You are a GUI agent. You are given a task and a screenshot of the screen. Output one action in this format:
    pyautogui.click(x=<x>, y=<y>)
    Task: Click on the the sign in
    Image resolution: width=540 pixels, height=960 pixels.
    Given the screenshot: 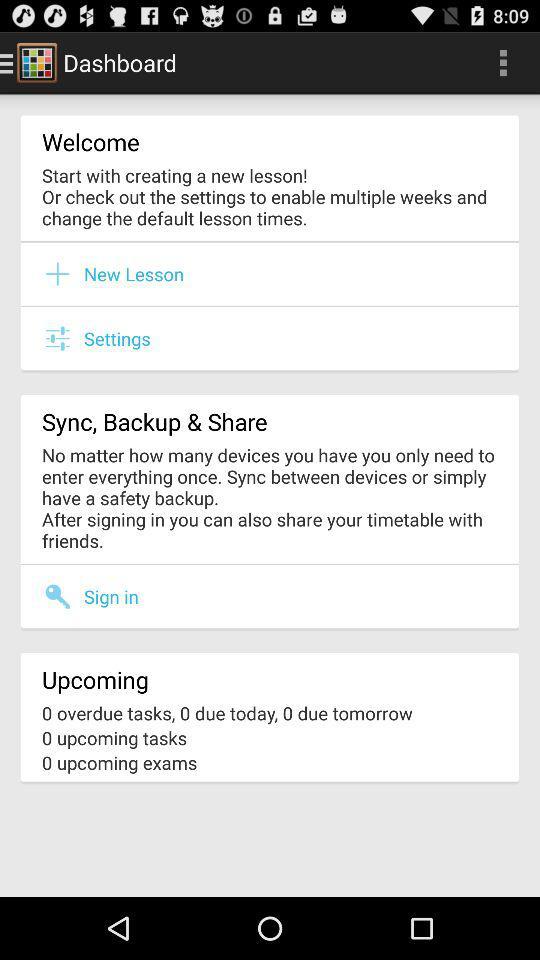 What is the action you would take?
    pyautogui.click(x=111, y=596)
    